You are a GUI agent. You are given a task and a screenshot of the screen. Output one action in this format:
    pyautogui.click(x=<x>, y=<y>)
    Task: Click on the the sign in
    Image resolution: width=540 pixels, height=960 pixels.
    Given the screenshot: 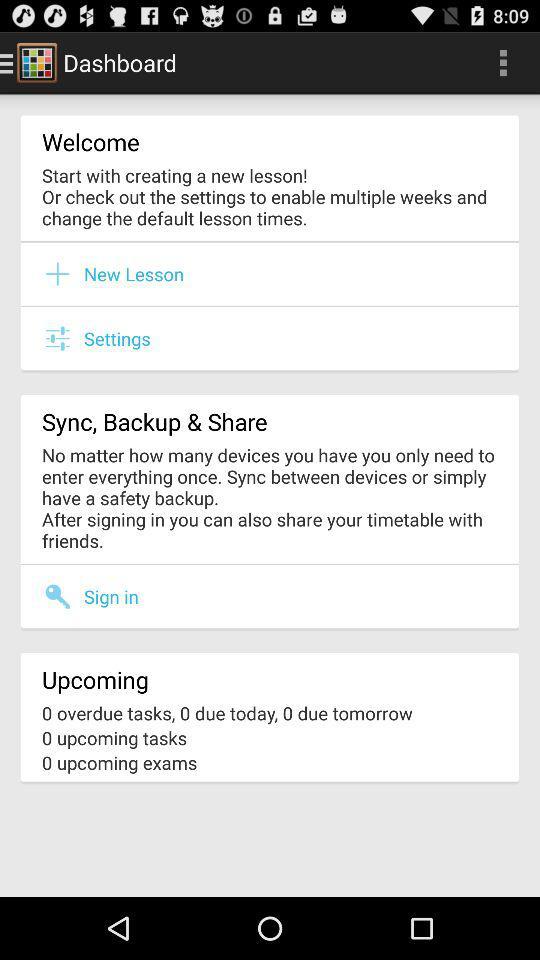 What is the action you would take?
    pyautogui.click(x=111, y=596)
    